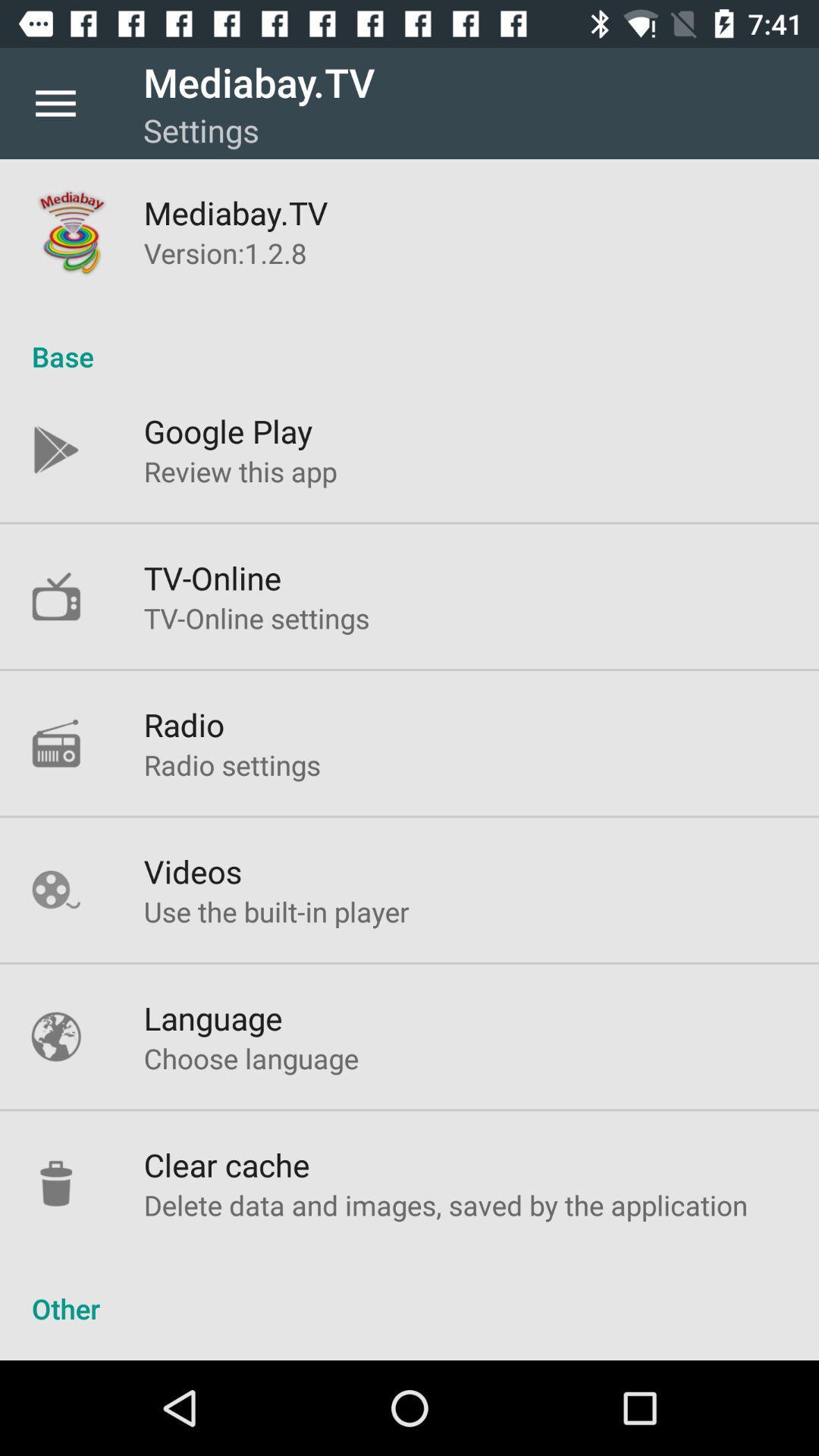 Image resolution: width=819 pixels, height=1456 pixels. Describe the element at coordinates (225, 253) in the screenshot. I see `the icon above base` at that location.